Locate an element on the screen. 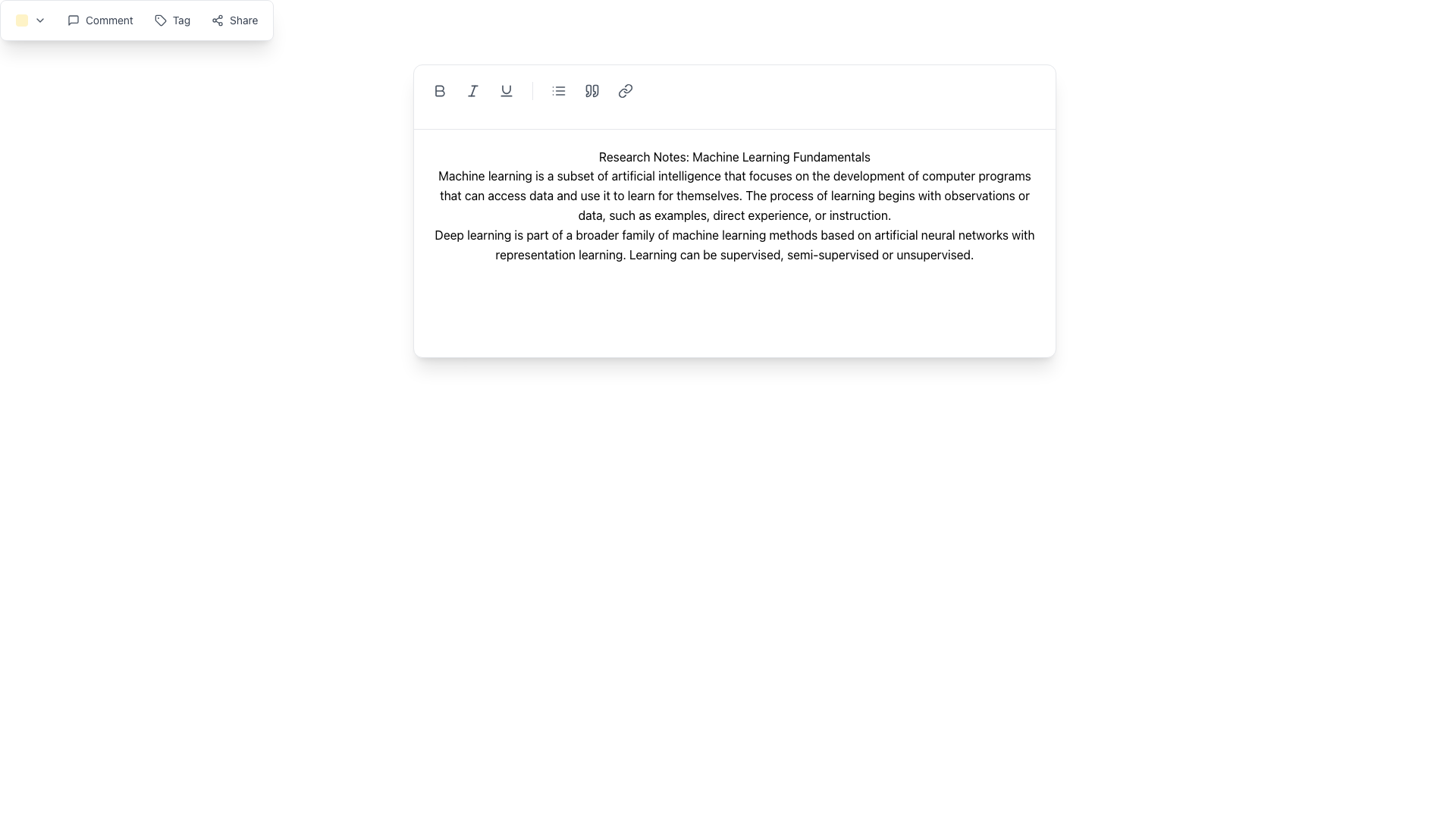 This screenshot has height=819, width=1456. the underline formatting icon in the menu bar, which is represented as the top component of the SVG icon for formatting tools is located at coordinates (506, 89).